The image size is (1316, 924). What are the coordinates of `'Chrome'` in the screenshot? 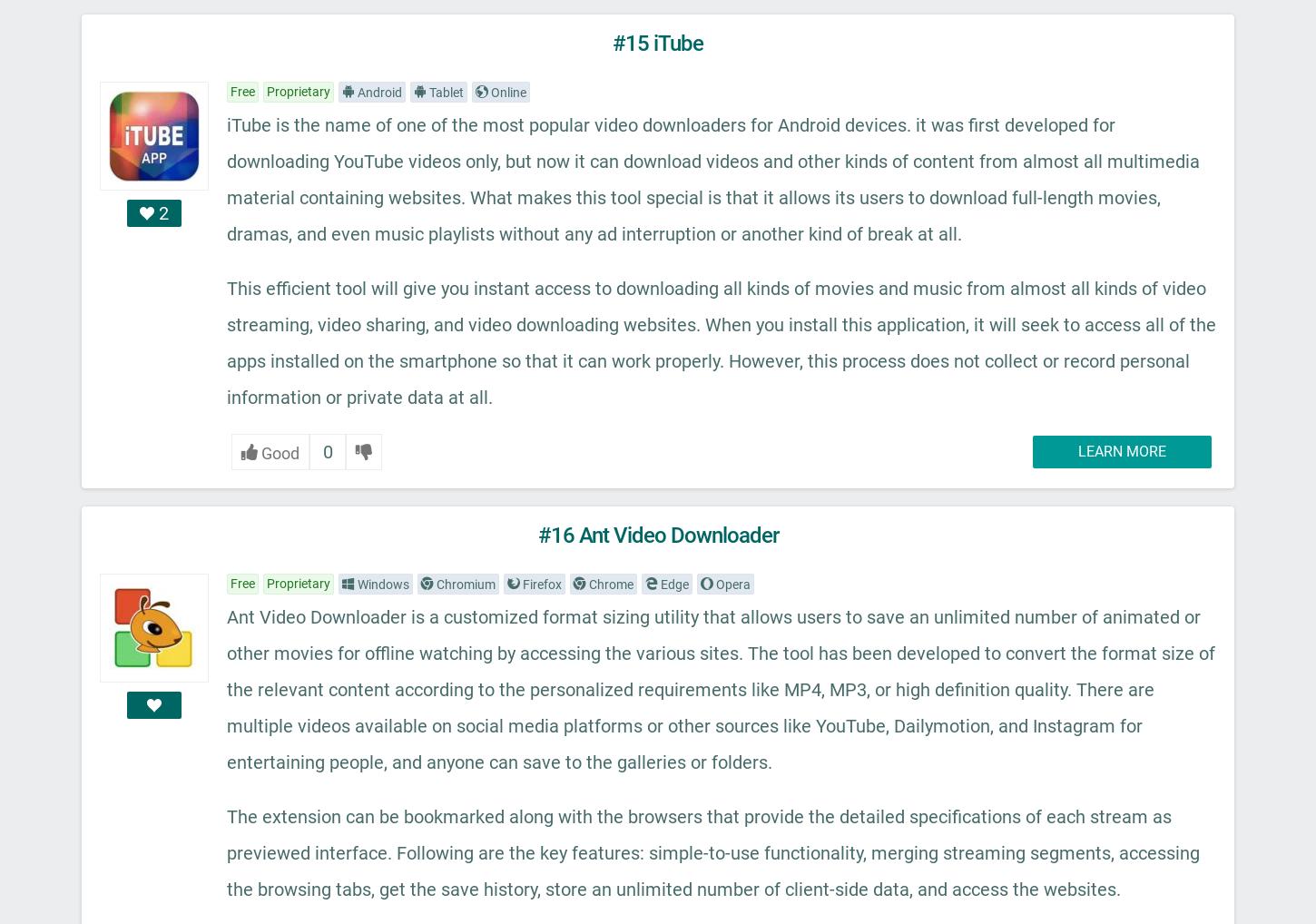 It's located at (608, 583).